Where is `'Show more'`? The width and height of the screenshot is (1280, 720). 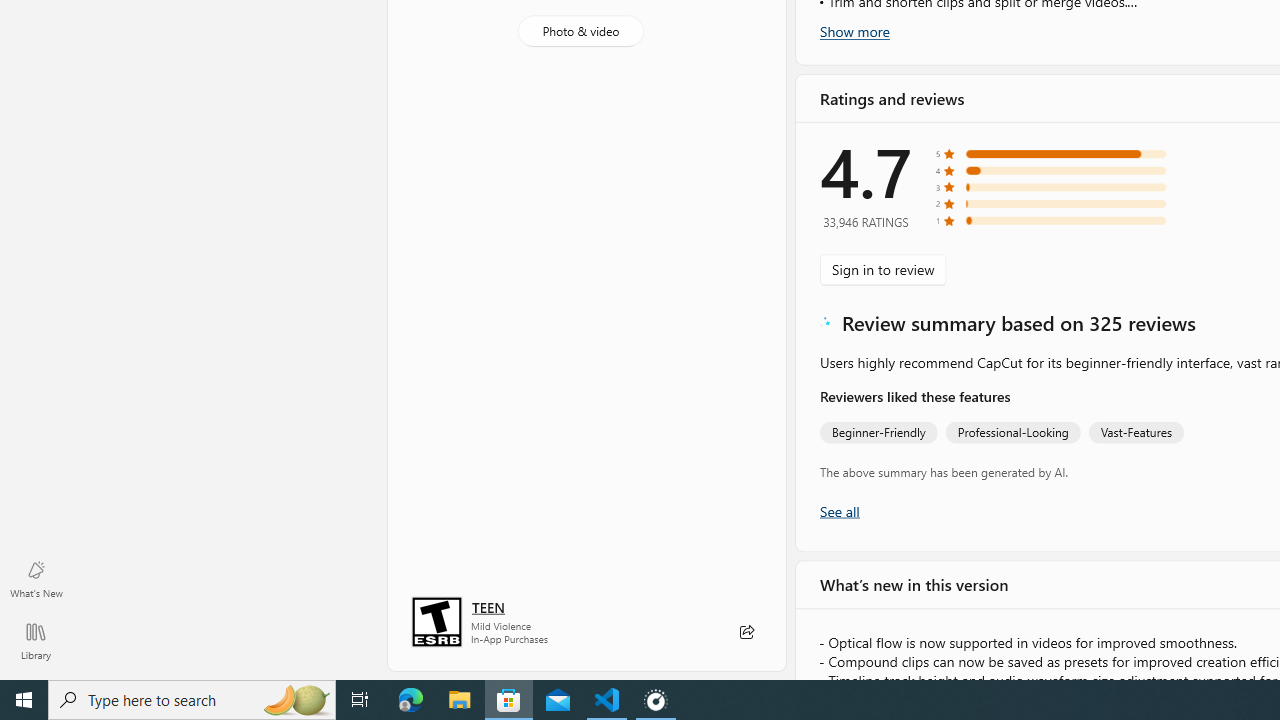 'Show more' is located at coordinates (855, 31).